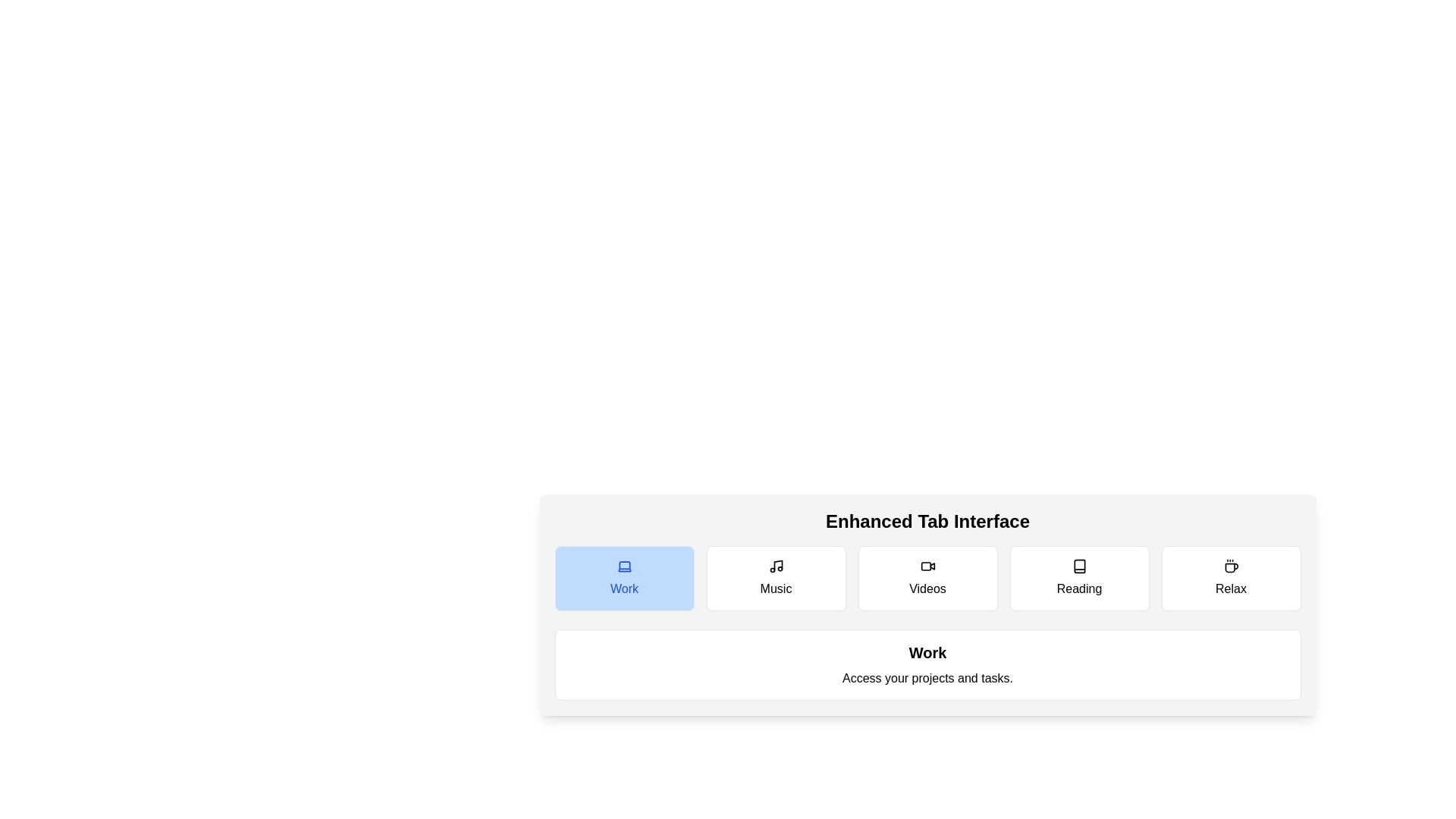 The height and width of the screenshot is (819, 1456). What do you see at coordinates (776, 579) in the screenshot?
I see `the tab button labeled Music to observe its hover effect` at bounding box center [776, 579].